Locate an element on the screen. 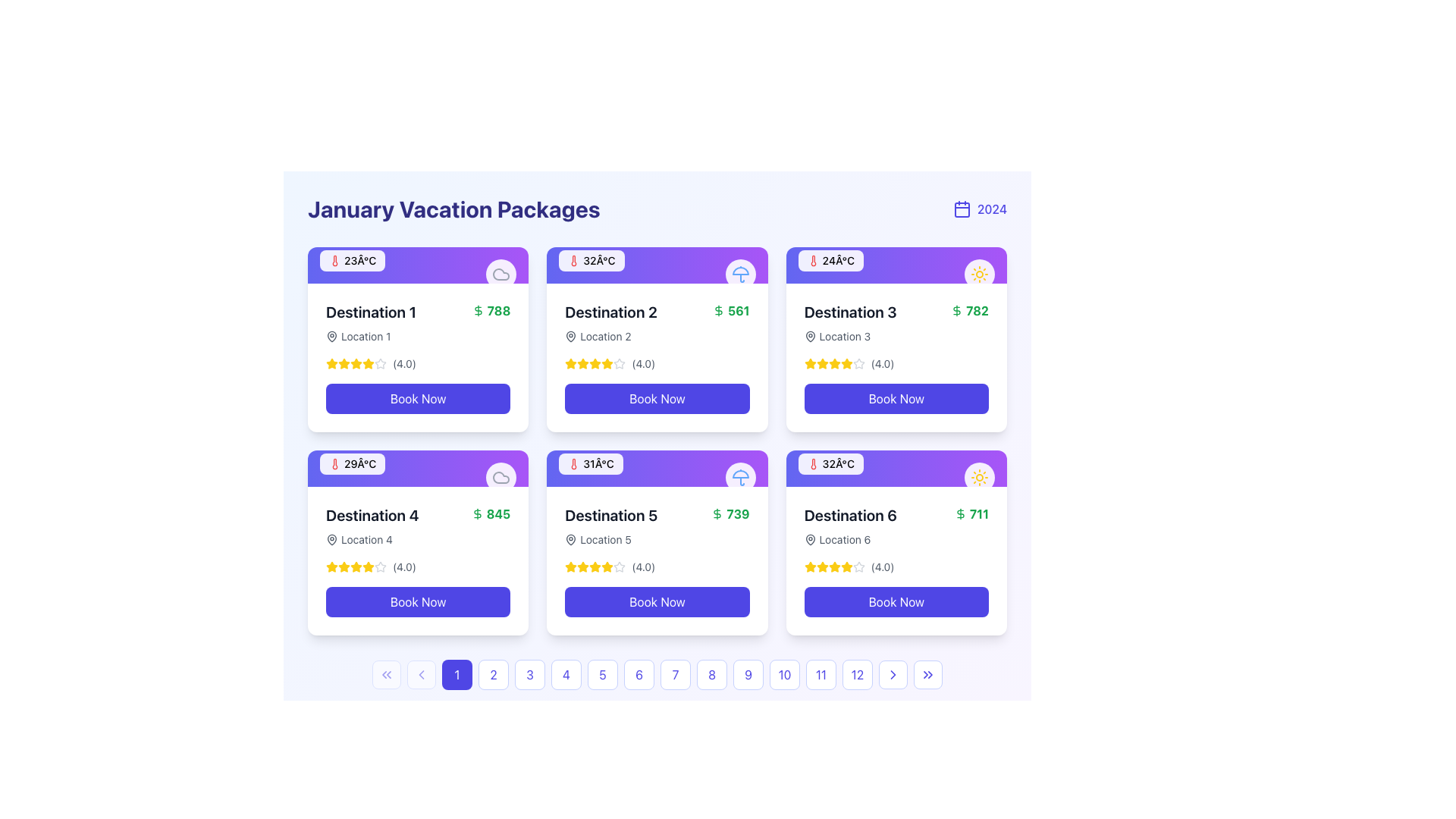  the gray star icon, which is the fifth star in the row representing a 4.0 rating for 'Destination 5' is located at coordinates (620, 567).